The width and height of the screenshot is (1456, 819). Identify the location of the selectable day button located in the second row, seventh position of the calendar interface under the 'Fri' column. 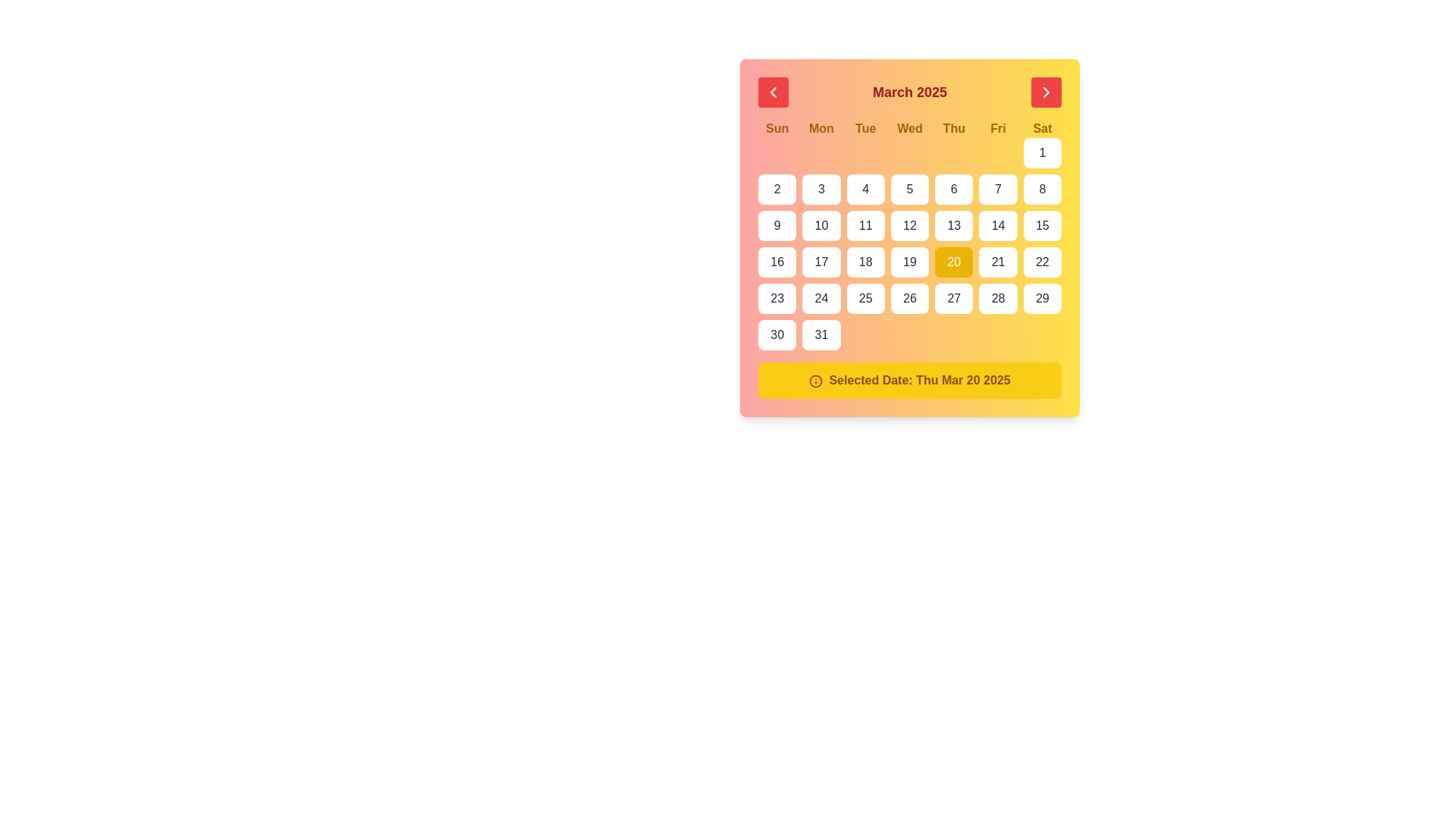
(998, 189).